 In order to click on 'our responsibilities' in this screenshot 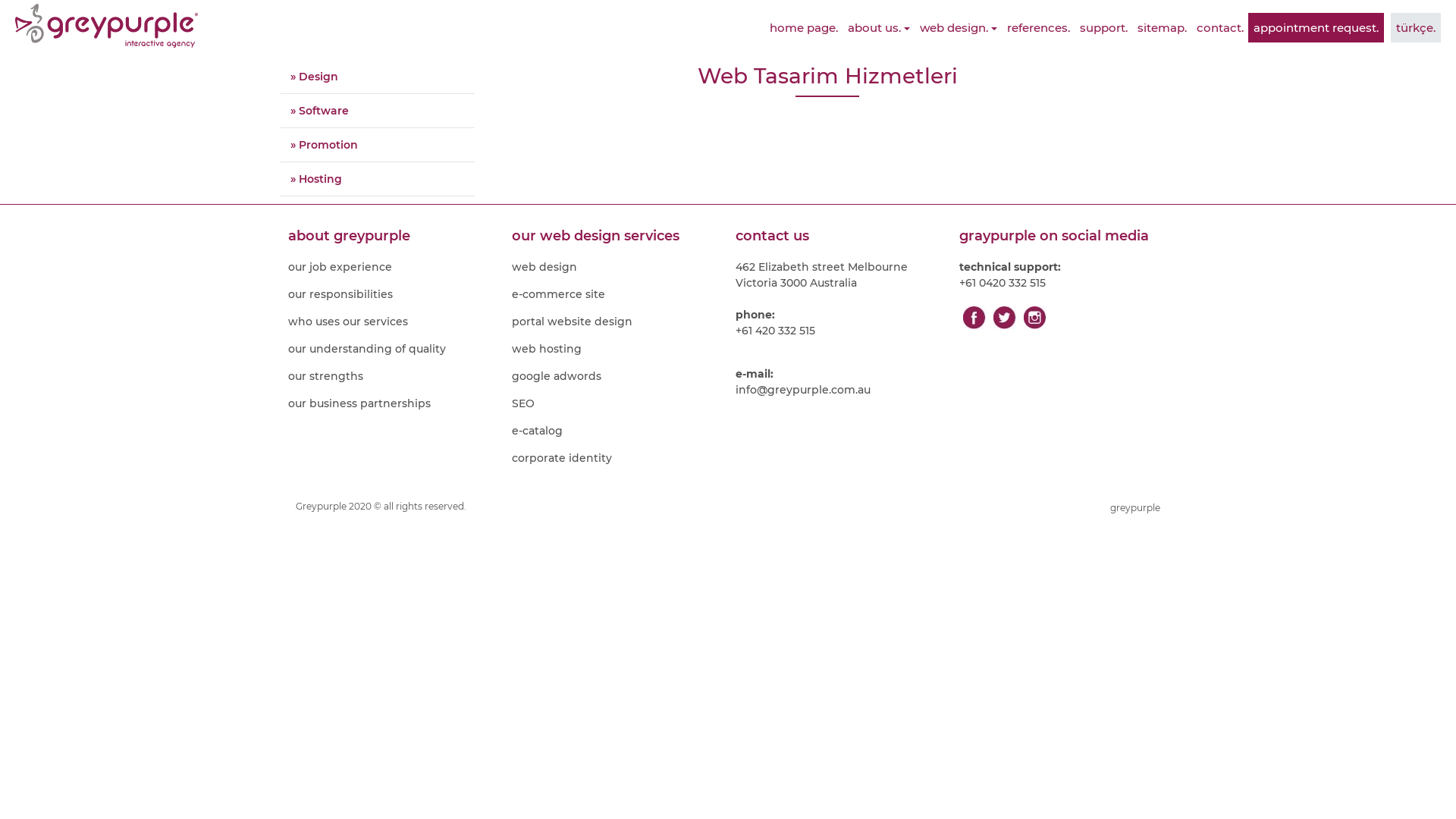, I will do `click(392, 294)`.